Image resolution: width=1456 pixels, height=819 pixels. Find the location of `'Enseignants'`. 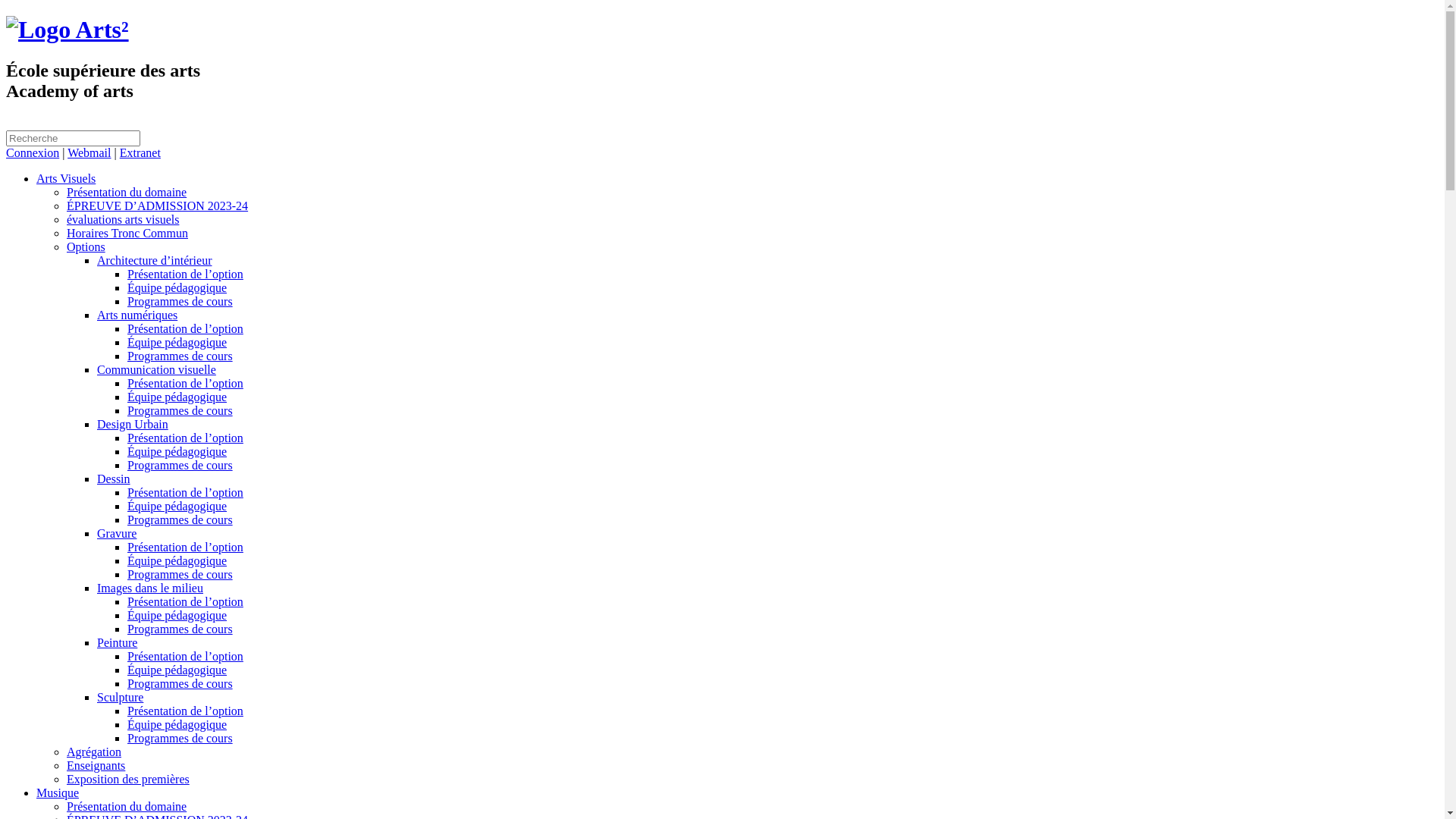

'Enseignants' is located at coordinates (95, 765).